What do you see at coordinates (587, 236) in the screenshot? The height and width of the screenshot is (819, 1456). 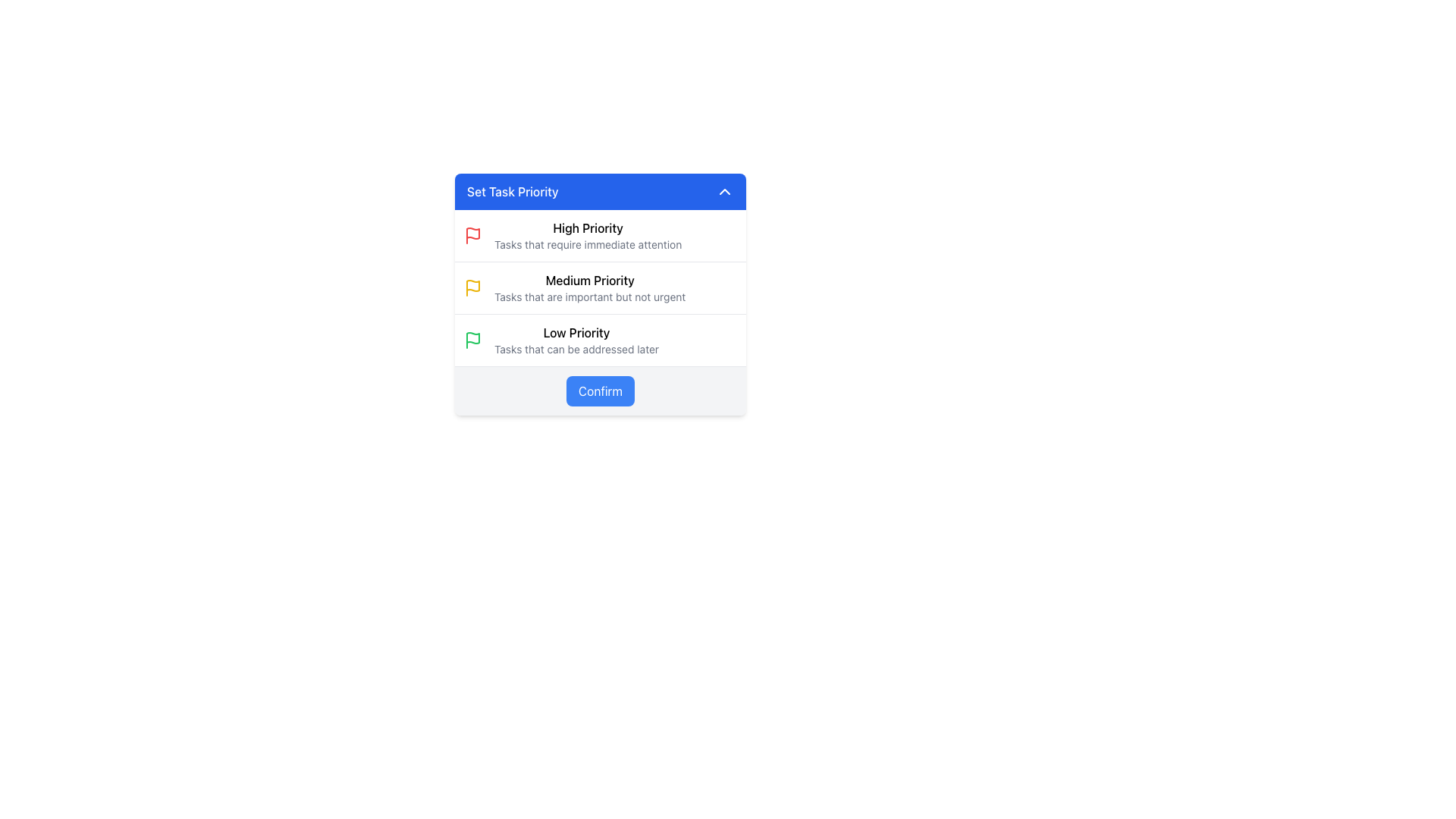 I see `text on the 'High Priority' label in the 'Set Task Priority' modal, which includes the bold text 'High Priority' and the subordinate description 'Tasks that require immediate attention.'` at bounding box center [587, 236].